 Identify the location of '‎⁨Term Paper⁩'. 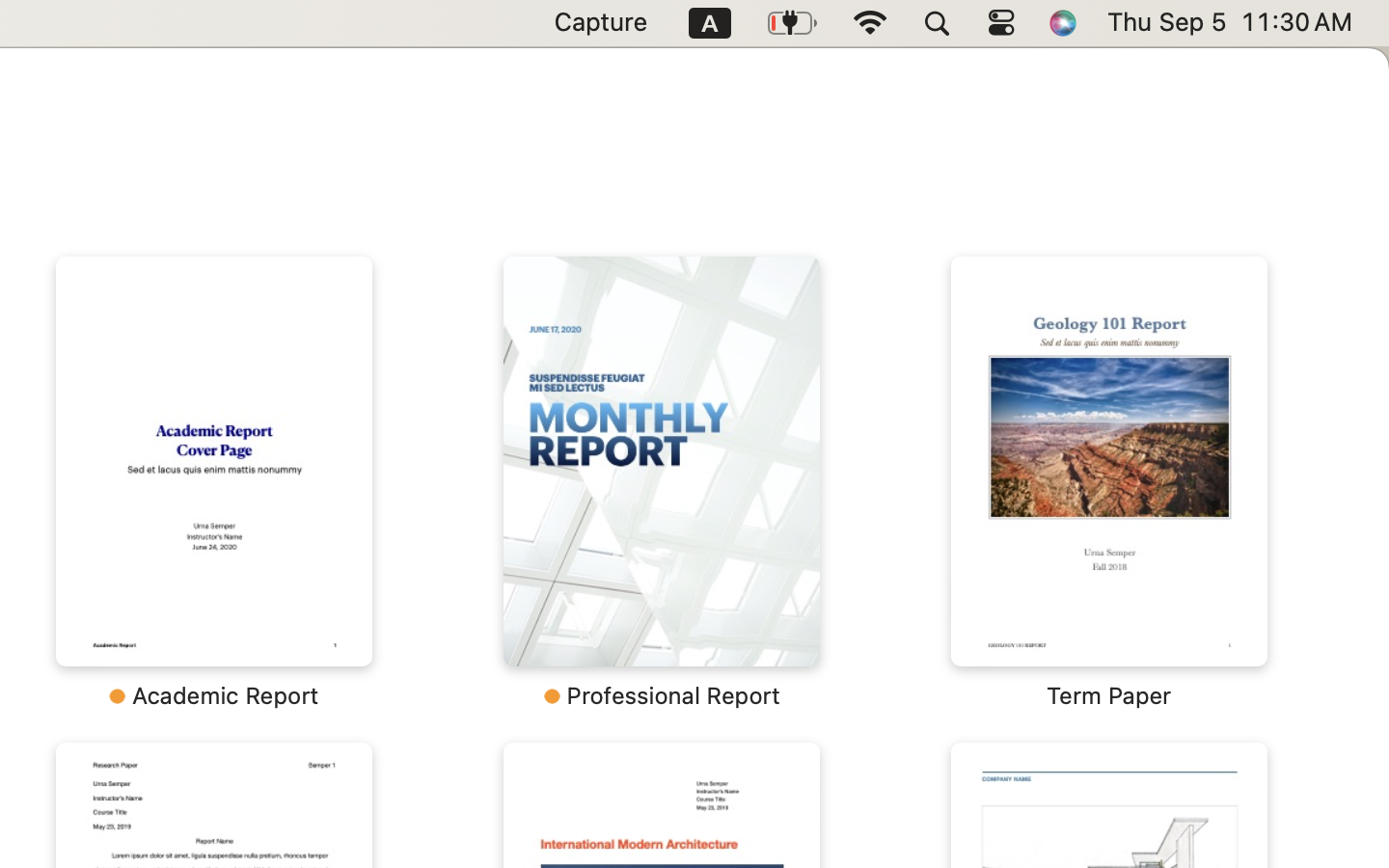
(1108, 482).